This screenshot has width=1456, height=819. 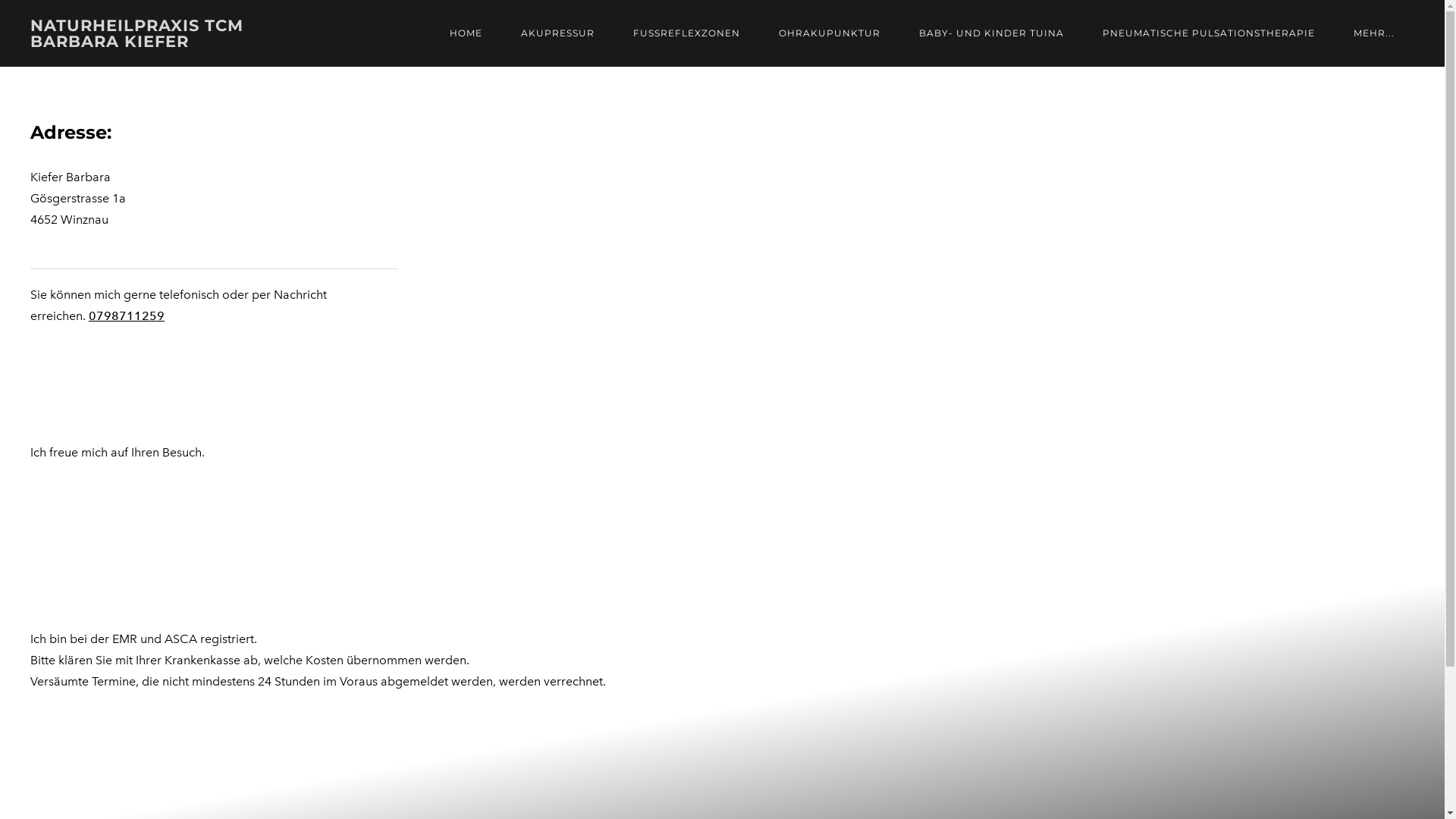 I want to click on 'OHRAKUPUNKTUR', so click(x=829, y=33).